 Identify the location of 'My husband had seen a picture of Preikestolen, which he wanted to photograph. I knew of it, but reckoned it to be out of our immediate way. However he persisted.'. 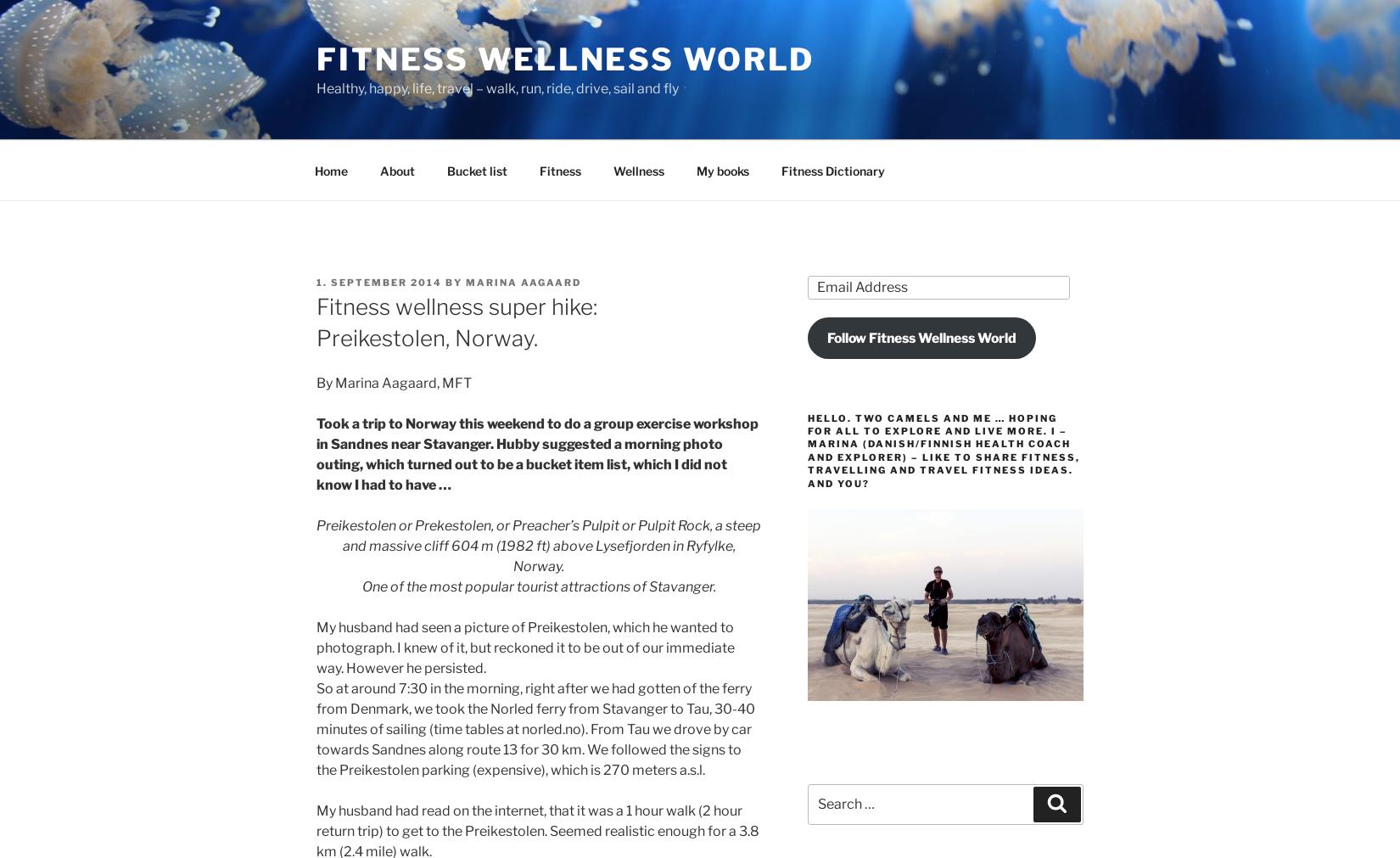
(524, 646).